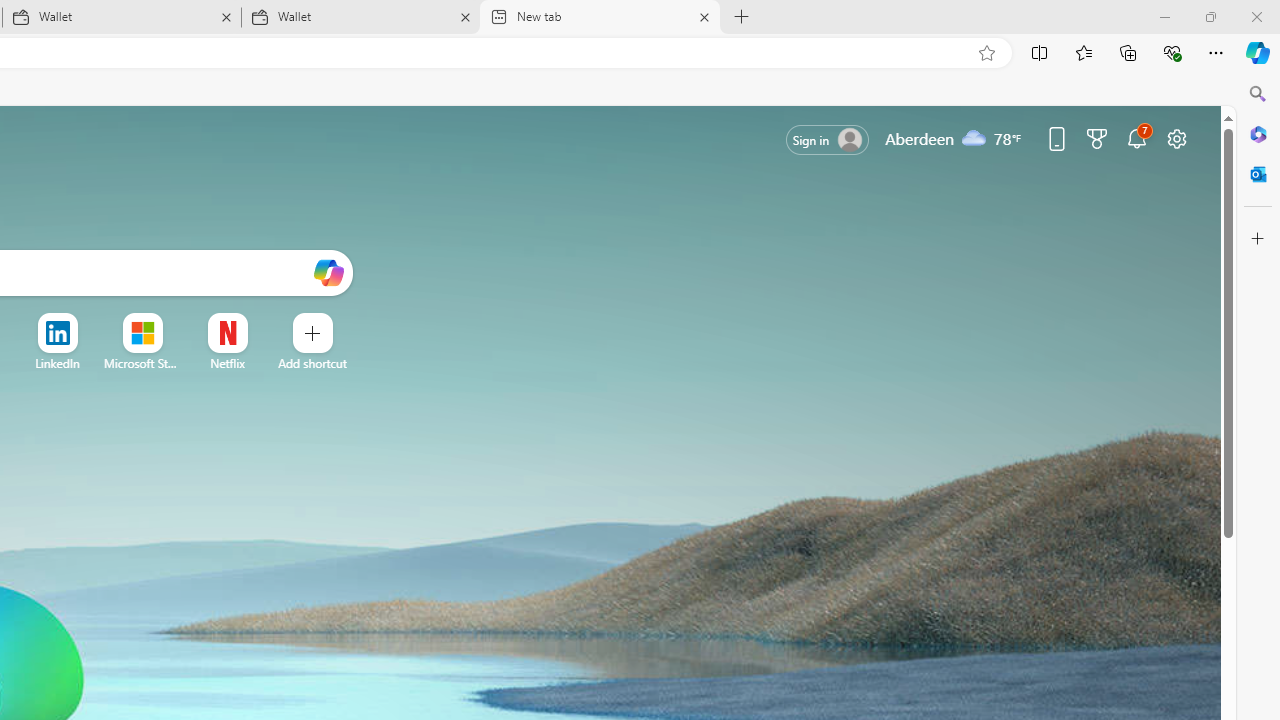 The height and width of the screenshot is (720, 1280). I want to click on 'New tab', so click(599, 17).